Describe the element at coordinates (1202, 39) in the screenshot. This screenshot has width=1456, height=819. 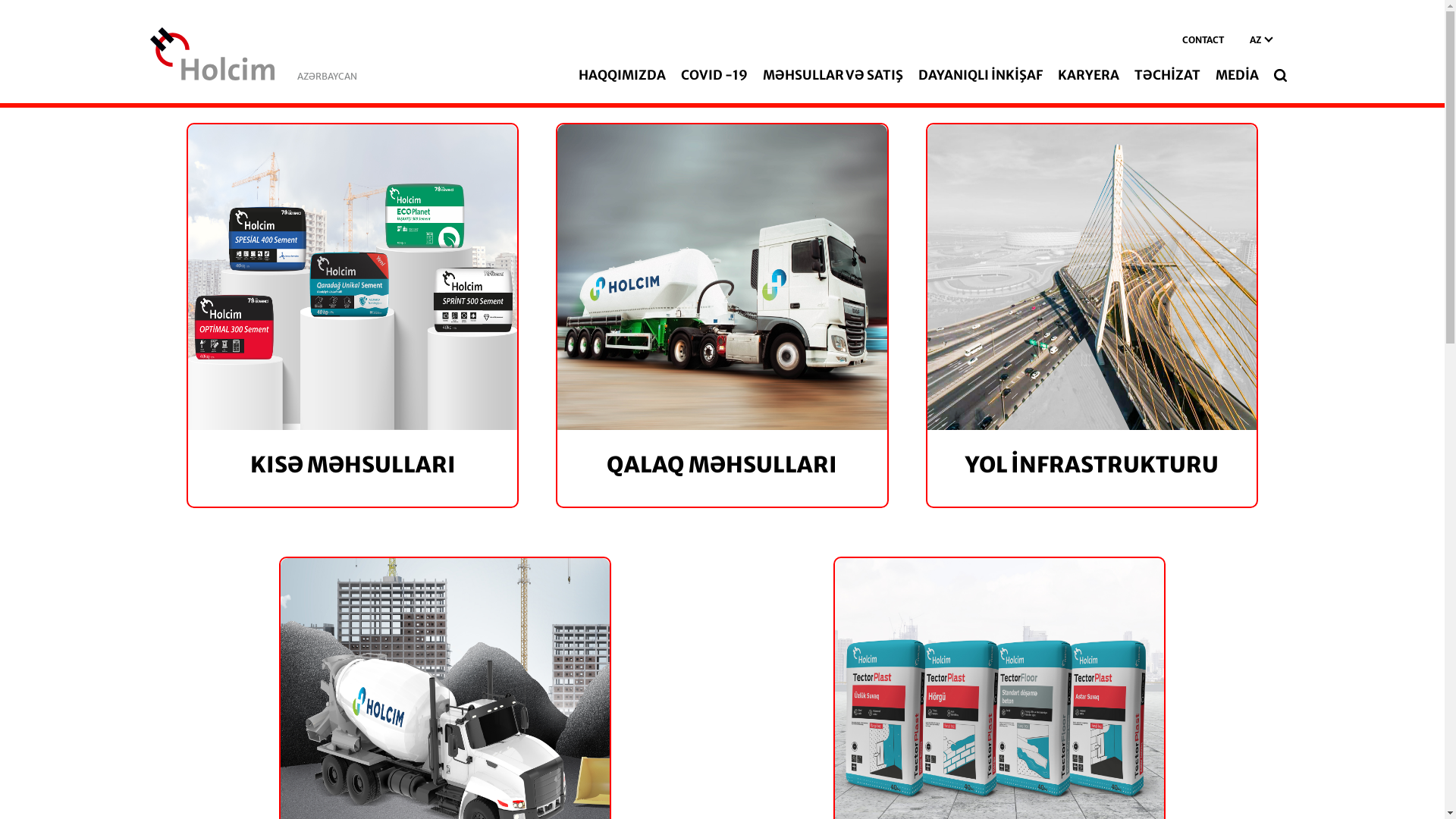
I see `'CONTACT'` at that location.